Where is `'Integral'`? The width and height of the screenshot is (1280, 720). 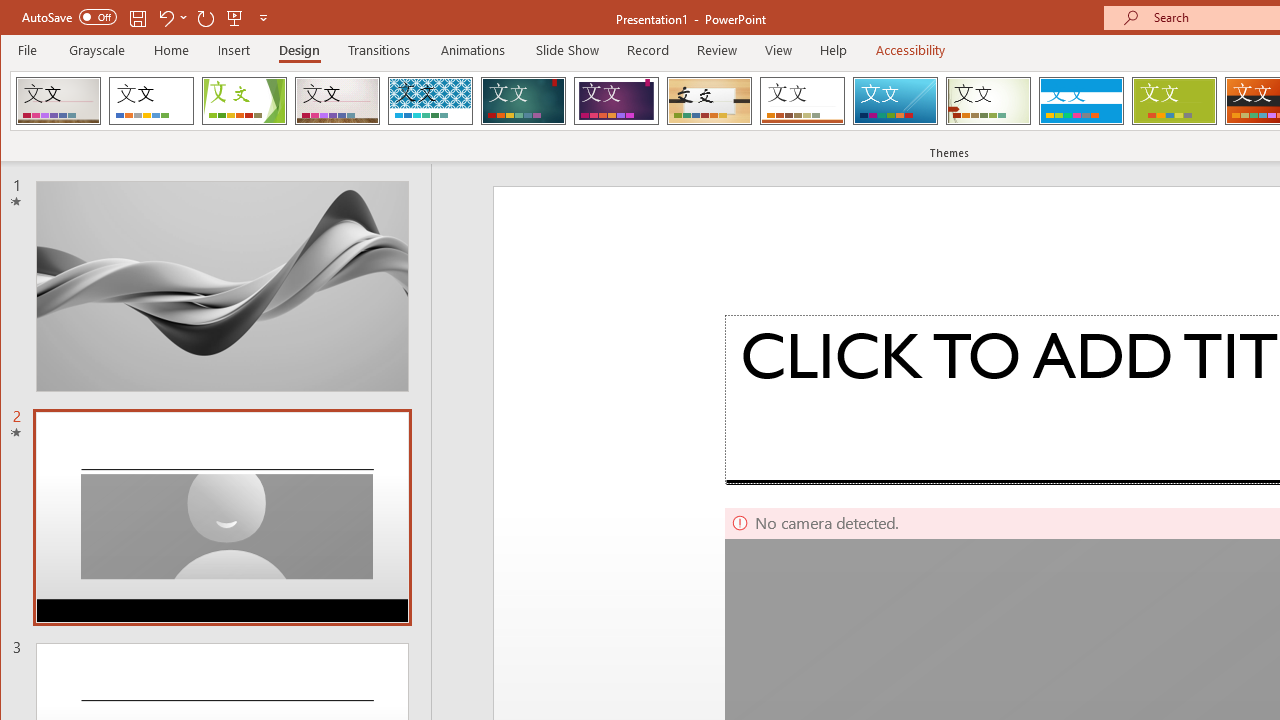
'Integral' is located at coordinates (429, 100).